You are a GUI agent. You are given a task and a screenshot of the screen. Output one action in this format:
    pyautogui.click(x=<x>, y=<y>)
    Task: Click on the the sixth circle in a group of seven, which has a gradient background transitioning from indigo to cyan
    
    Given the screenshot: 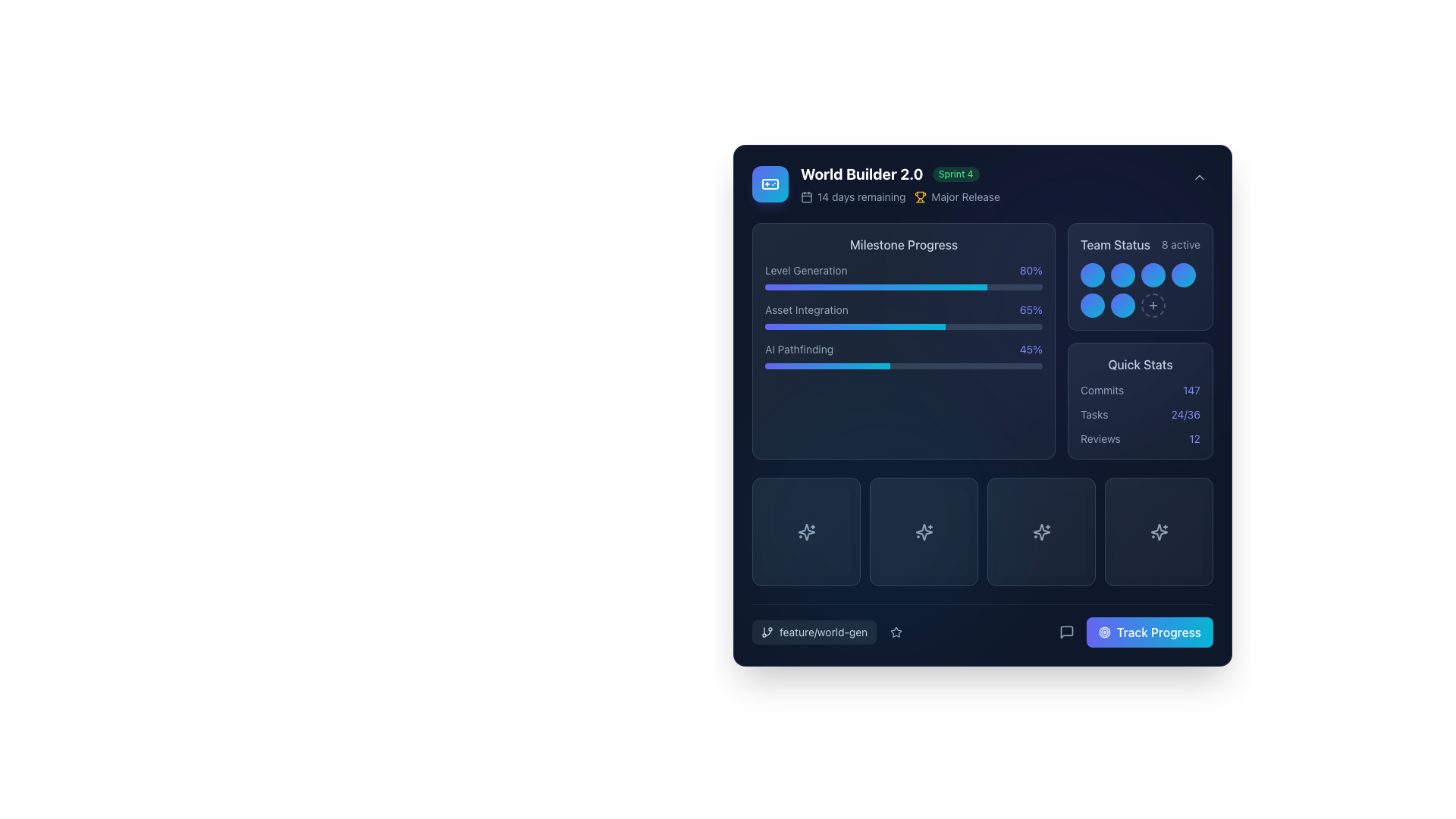 What is the action you would take?
    pyautogui.click(x=1123, y=305)
    